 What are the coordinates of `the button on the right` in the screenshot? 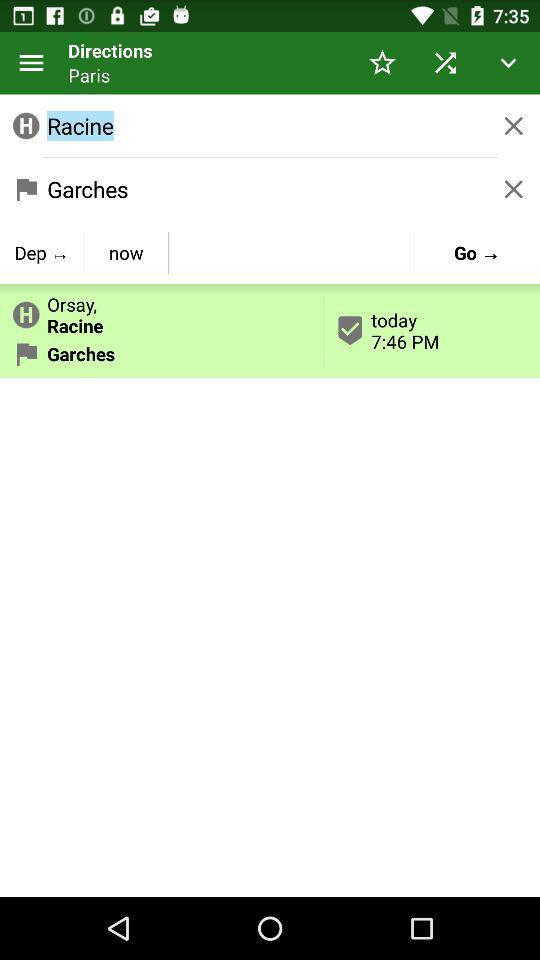 It's located at (431, 330).